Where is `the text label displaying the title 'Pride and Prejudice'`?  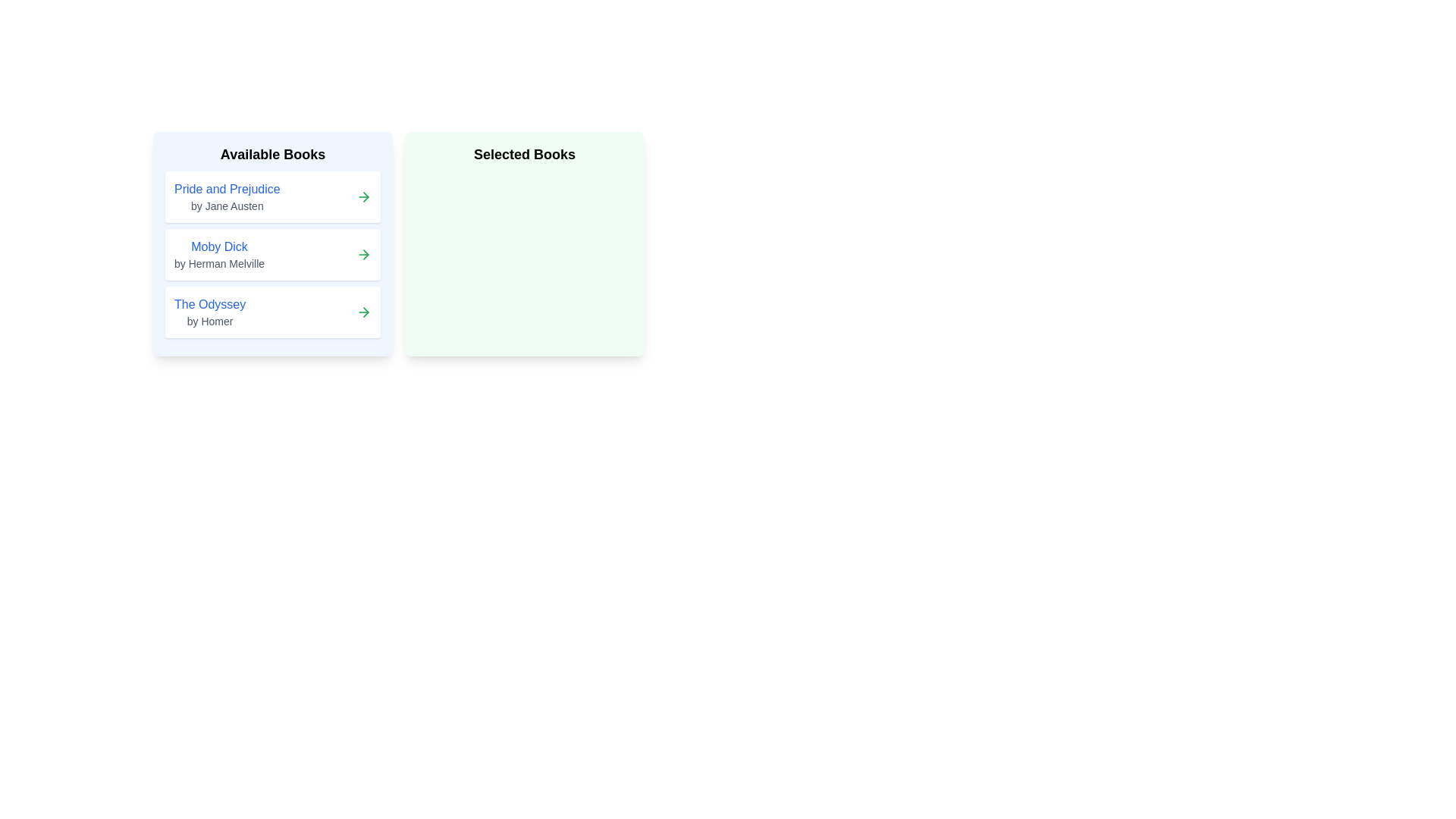
the text label displaying the title 'Pride and Prejudice' is located at coordinates (226, 189).